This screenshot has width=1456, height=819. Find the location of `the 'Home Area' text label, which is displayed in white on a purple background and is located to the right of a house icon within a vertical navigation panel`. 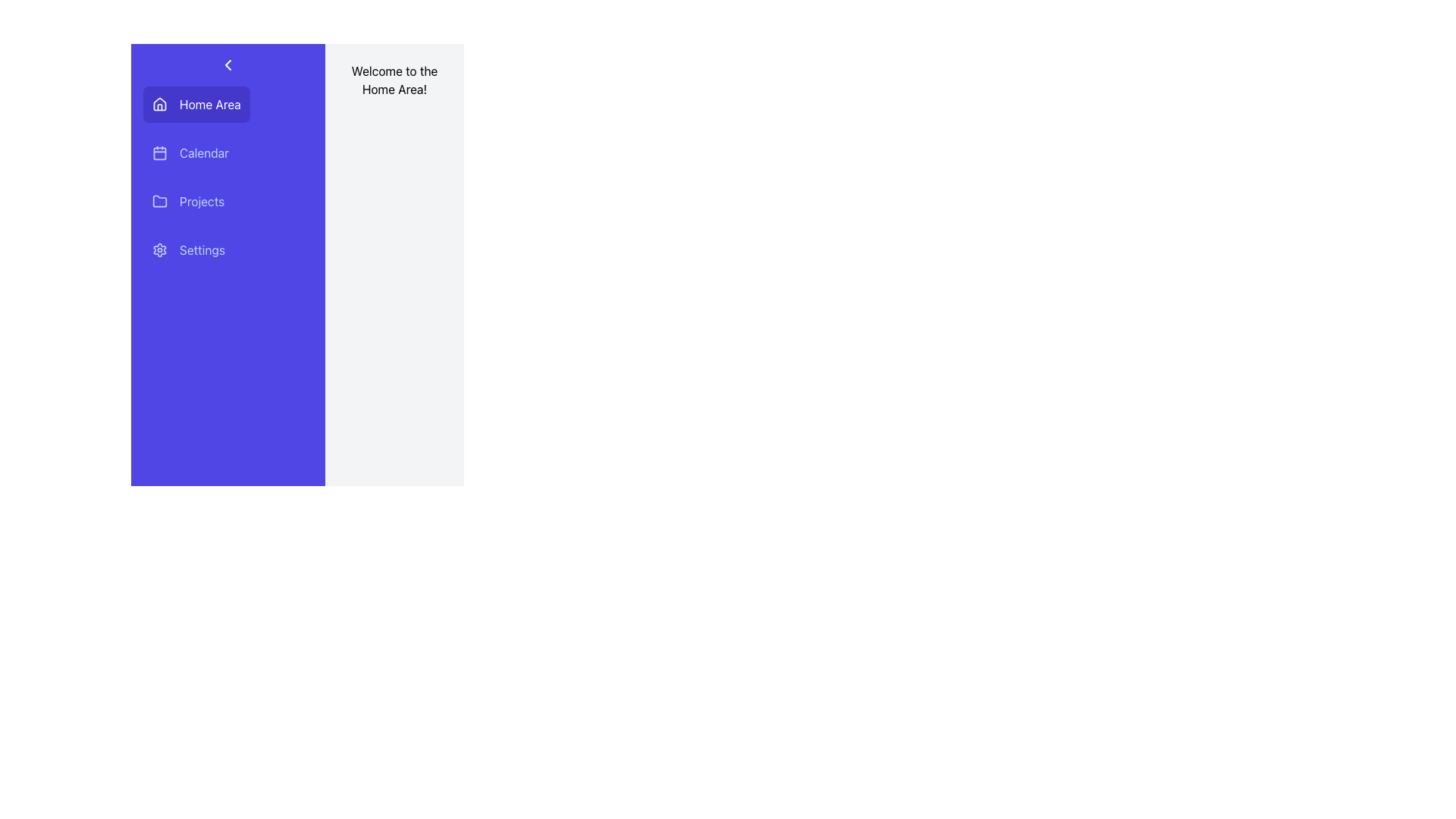

the 'Home Area' text label, which is displayed in white on a purple background and is located to the right of a house icon within a vertical navigation panel is located at coordinates (209, 104).